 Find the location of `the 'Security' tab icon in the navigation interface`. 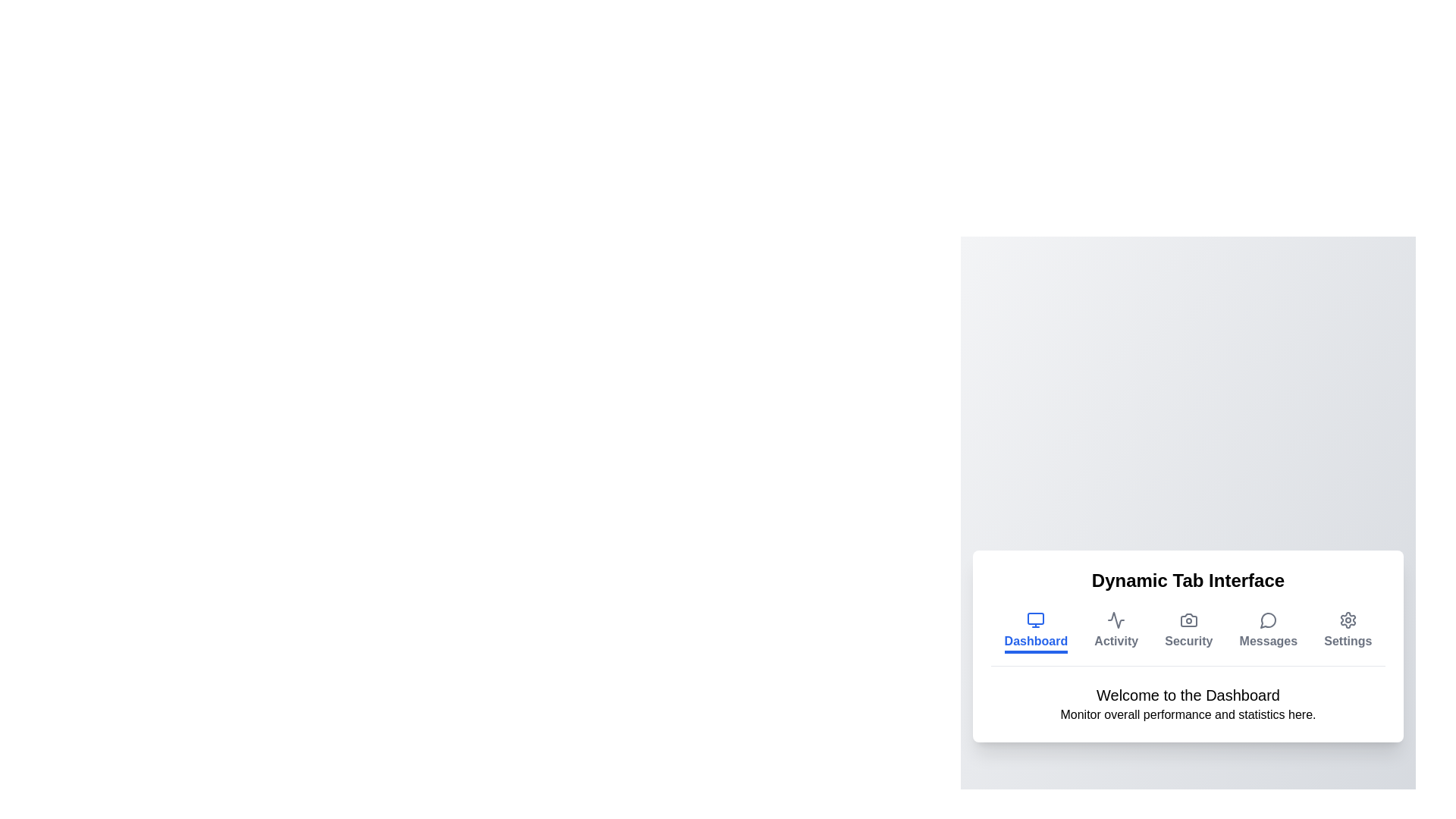

the 'Security' tab icon in the navigation interface is located at coordinates (1188, 620).